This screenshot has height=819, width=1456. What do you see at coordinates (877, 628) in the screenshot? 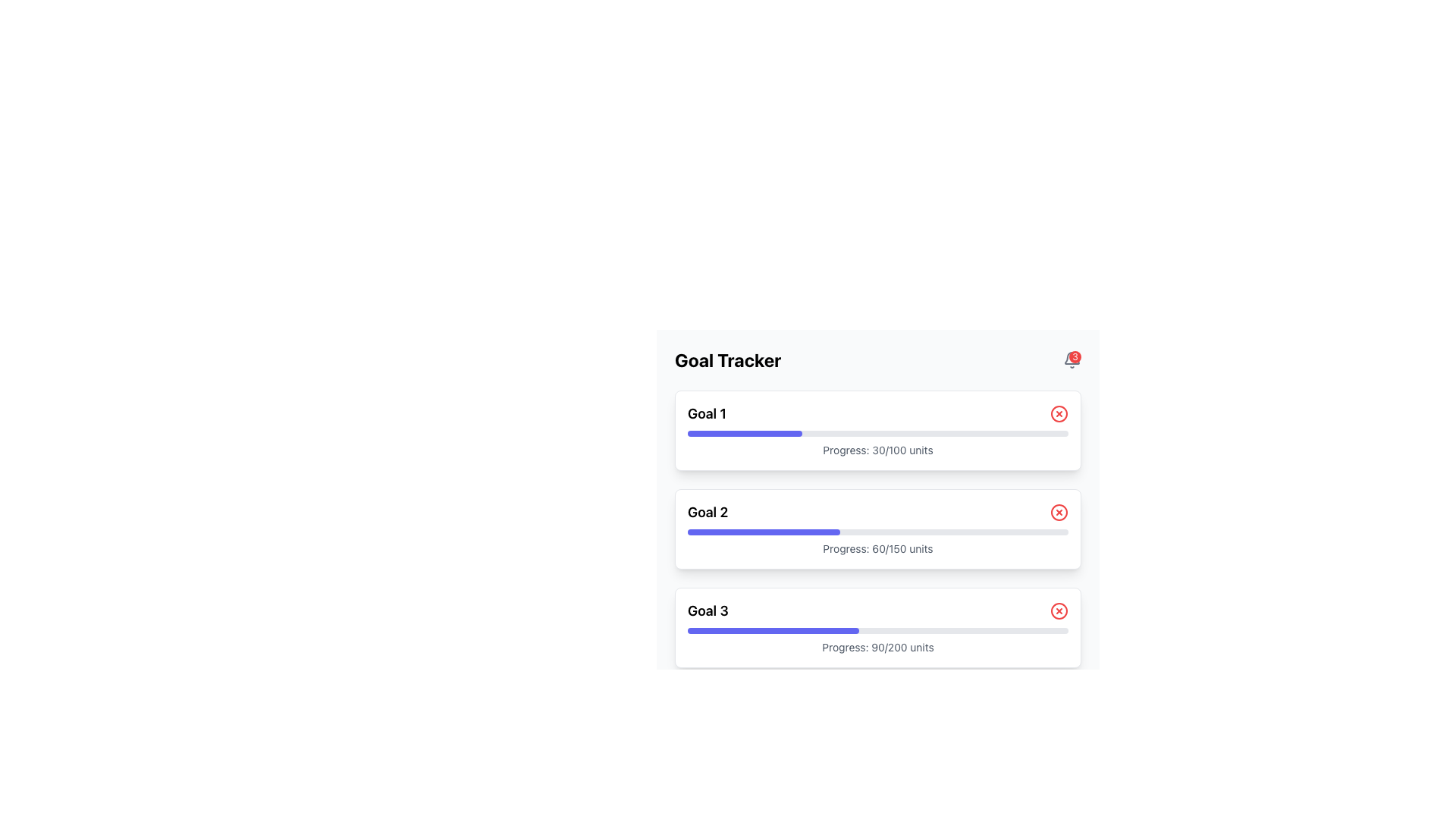
I see `the details of the goal represented by the third card labeled 'Goal 3' in the vertical list under the 'Goal Tracker' title` at bounding box center [877, 628].